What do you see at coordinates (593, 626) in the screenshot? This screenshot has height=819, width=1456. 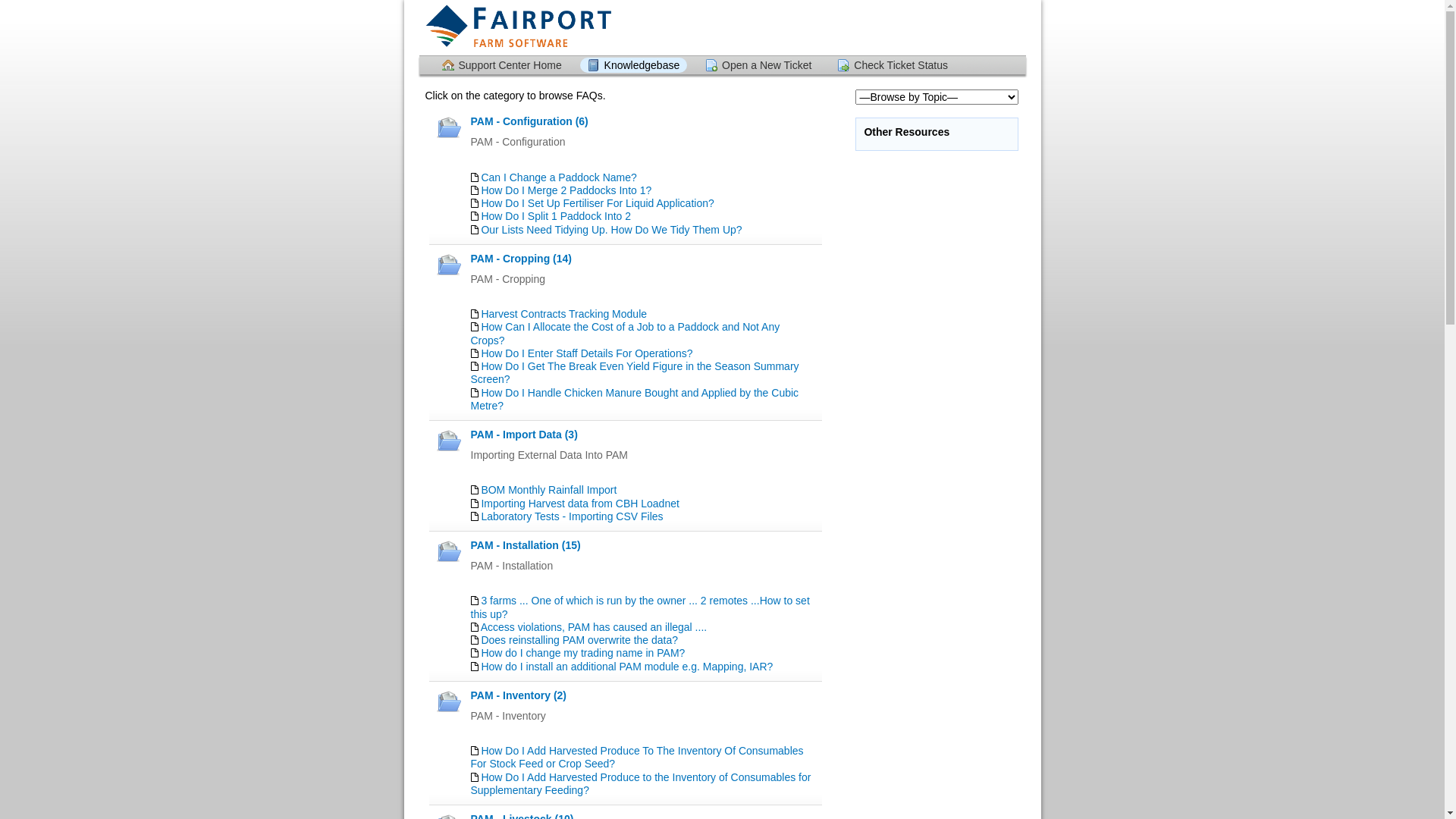 I see `'Access violations, PAM has caused an illegal ....'` at bounding box center [593, 626].